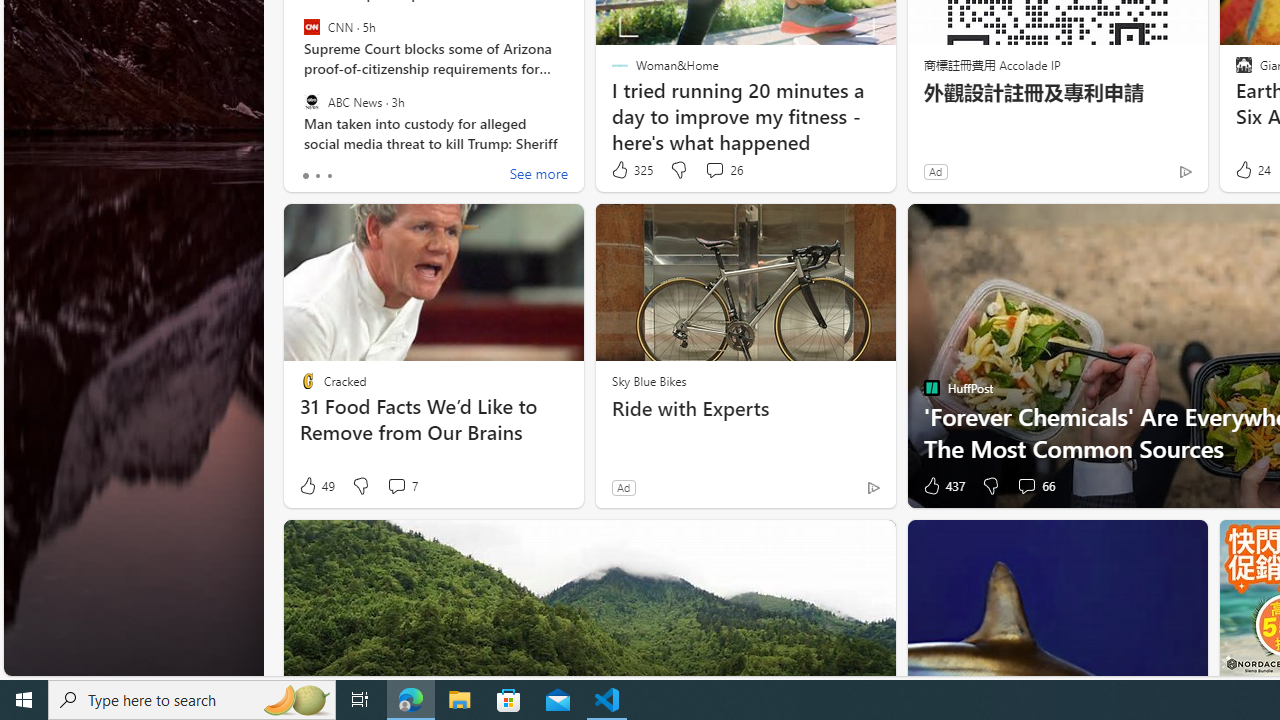 This screenshot has height=720, width=1280. I want to click on 'tab-2', so click(328, 175).